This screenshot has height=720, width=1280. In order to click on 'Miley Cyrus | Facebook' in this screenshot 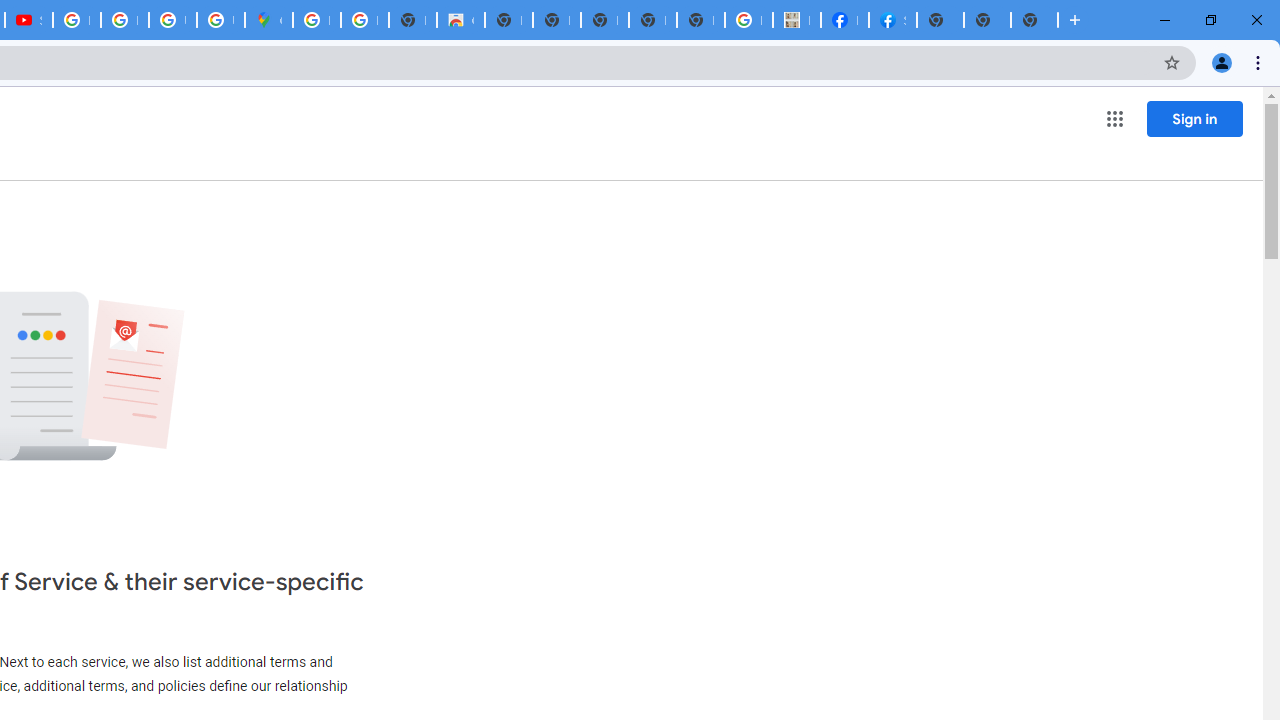, I will do `click(844, 20)`.